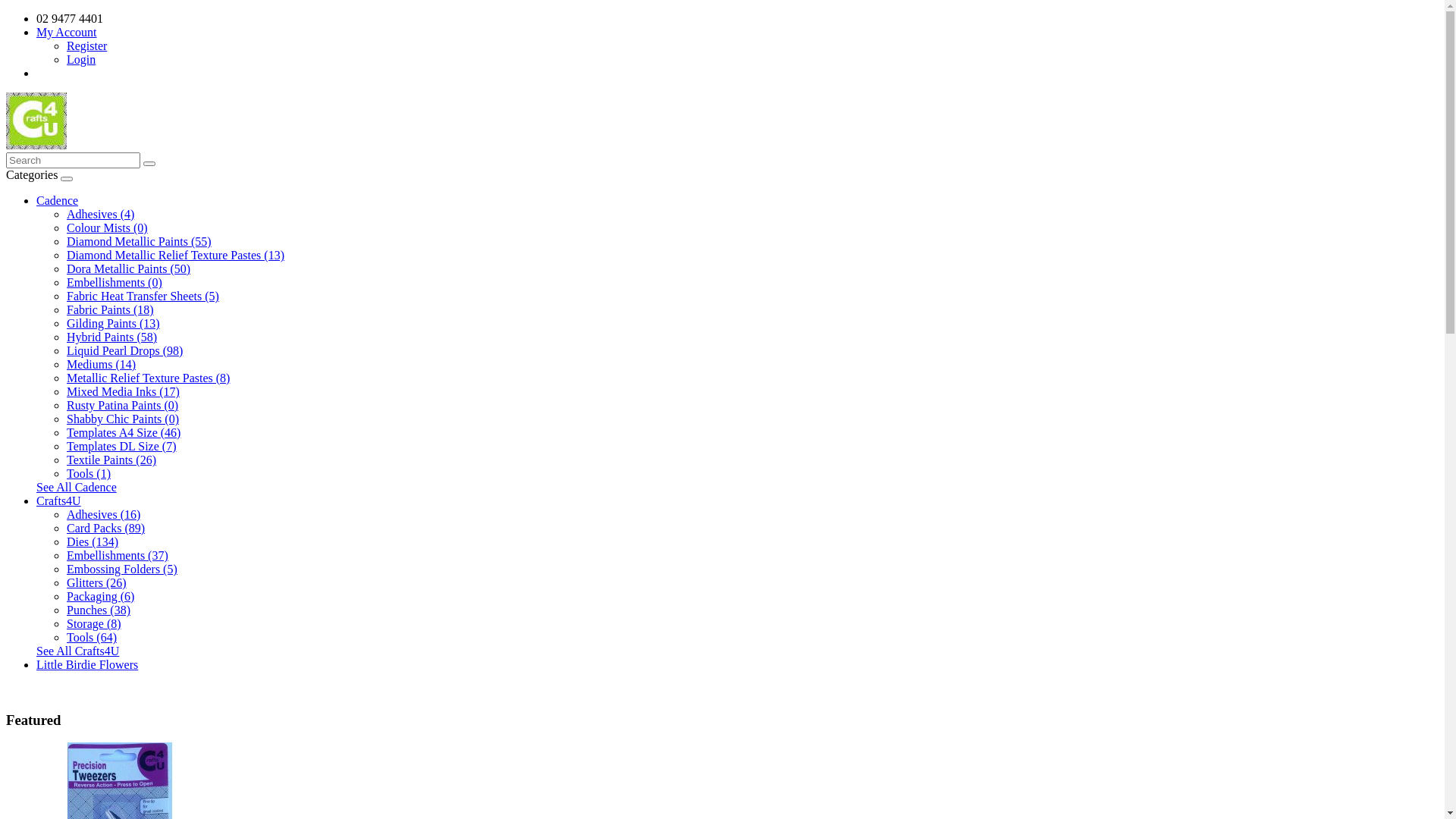 The image size is (1456, 819). I want to click on 'Gilding Paints (13)', so click(112, 322).